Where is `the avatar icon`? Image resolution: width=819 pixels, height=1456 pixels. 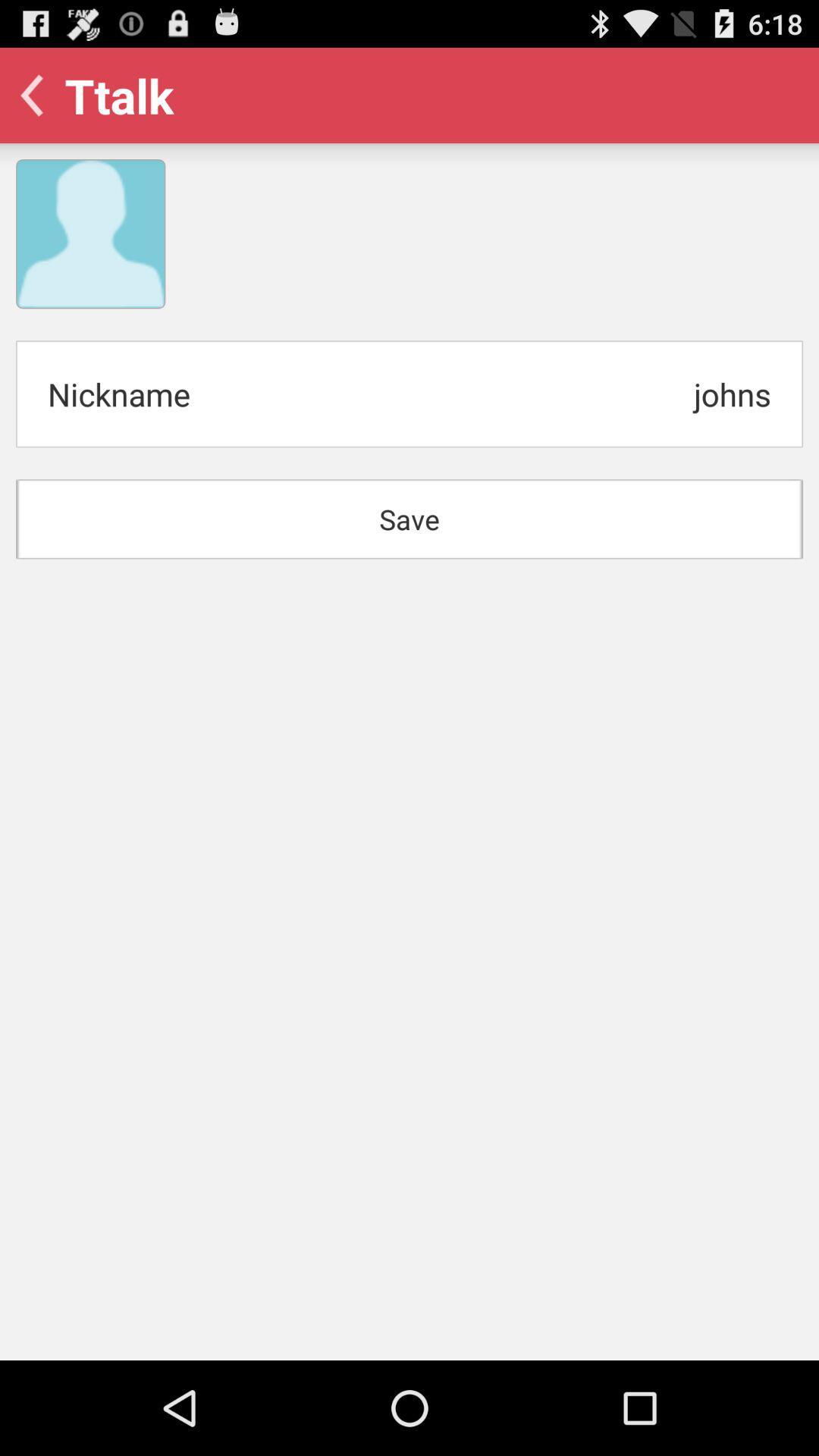 the avatar icon is located at coordinates (90, 250).